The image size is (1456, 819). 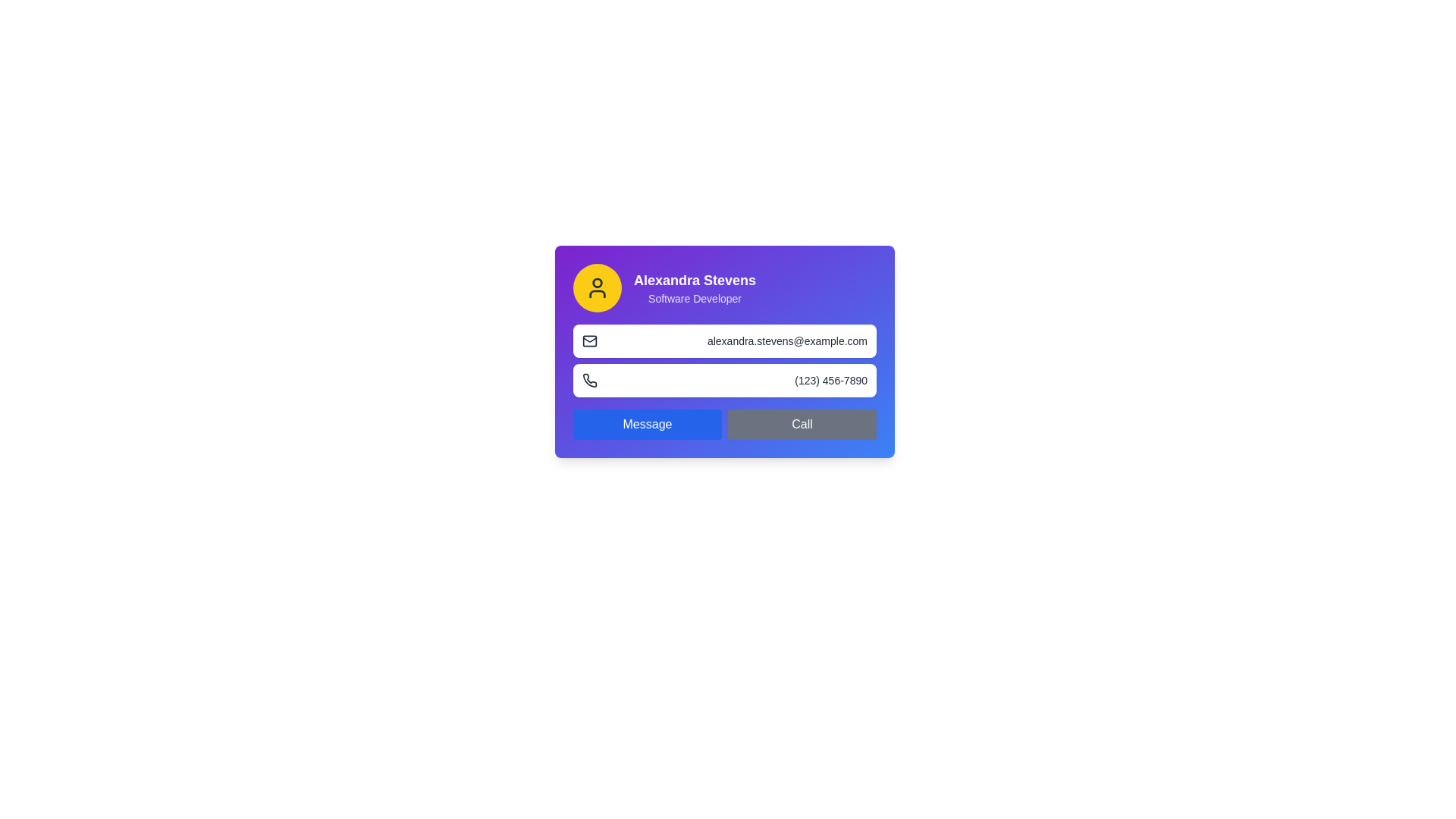 I want to click on the text label that presents the name of an individual in the contact card, located near the top-left corner of the interface, directly to the right of the circular yellow icon with a user silhouette, so click(x=694, y=281).